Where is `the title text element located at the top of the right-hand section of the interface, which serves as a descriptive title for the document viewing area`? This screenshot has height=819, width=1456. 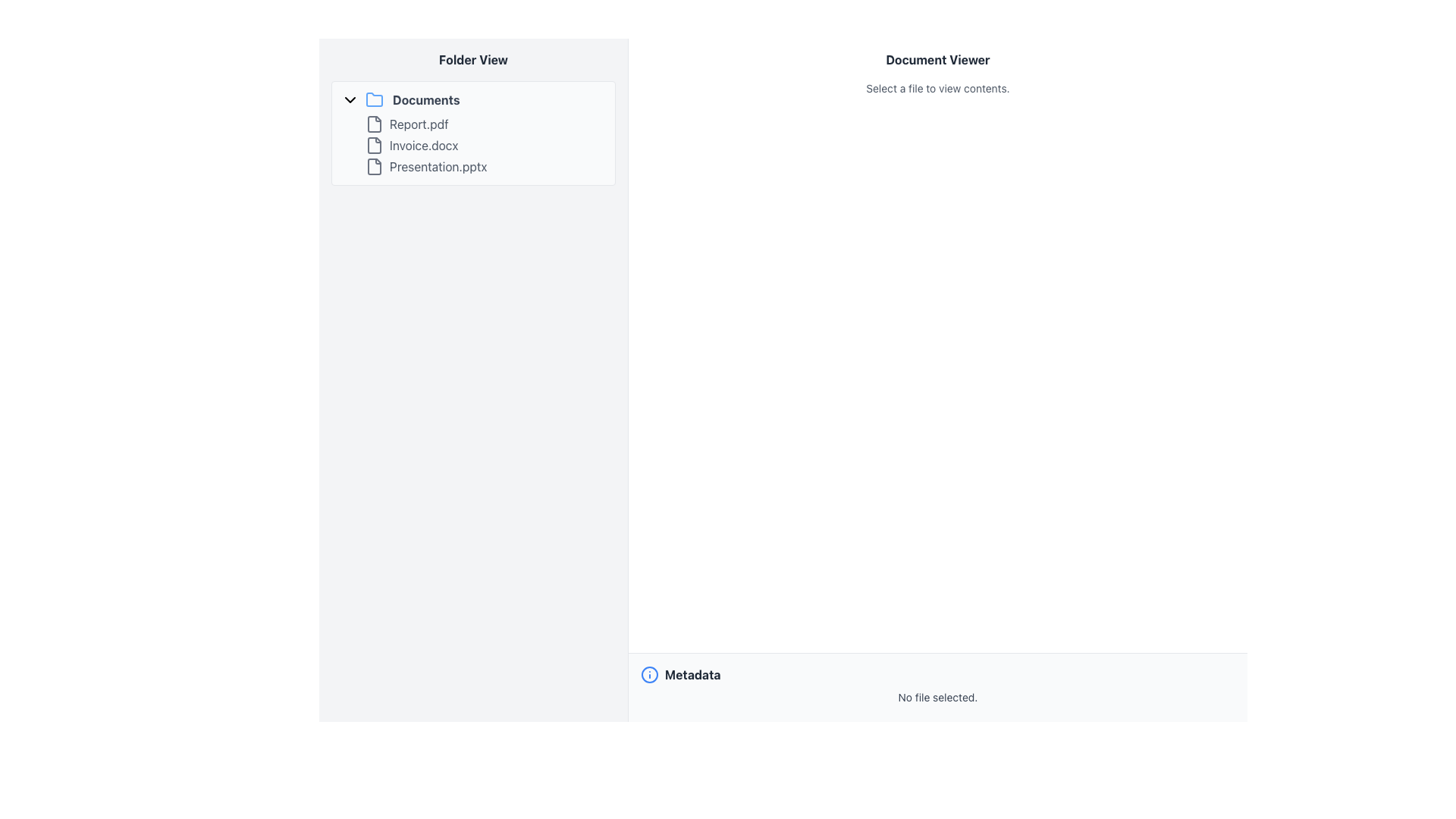
the title text element located at the top of the right-hand section of the interface, which serves as a descriptive title for the document viewing area is located at coordinates (937, 58).